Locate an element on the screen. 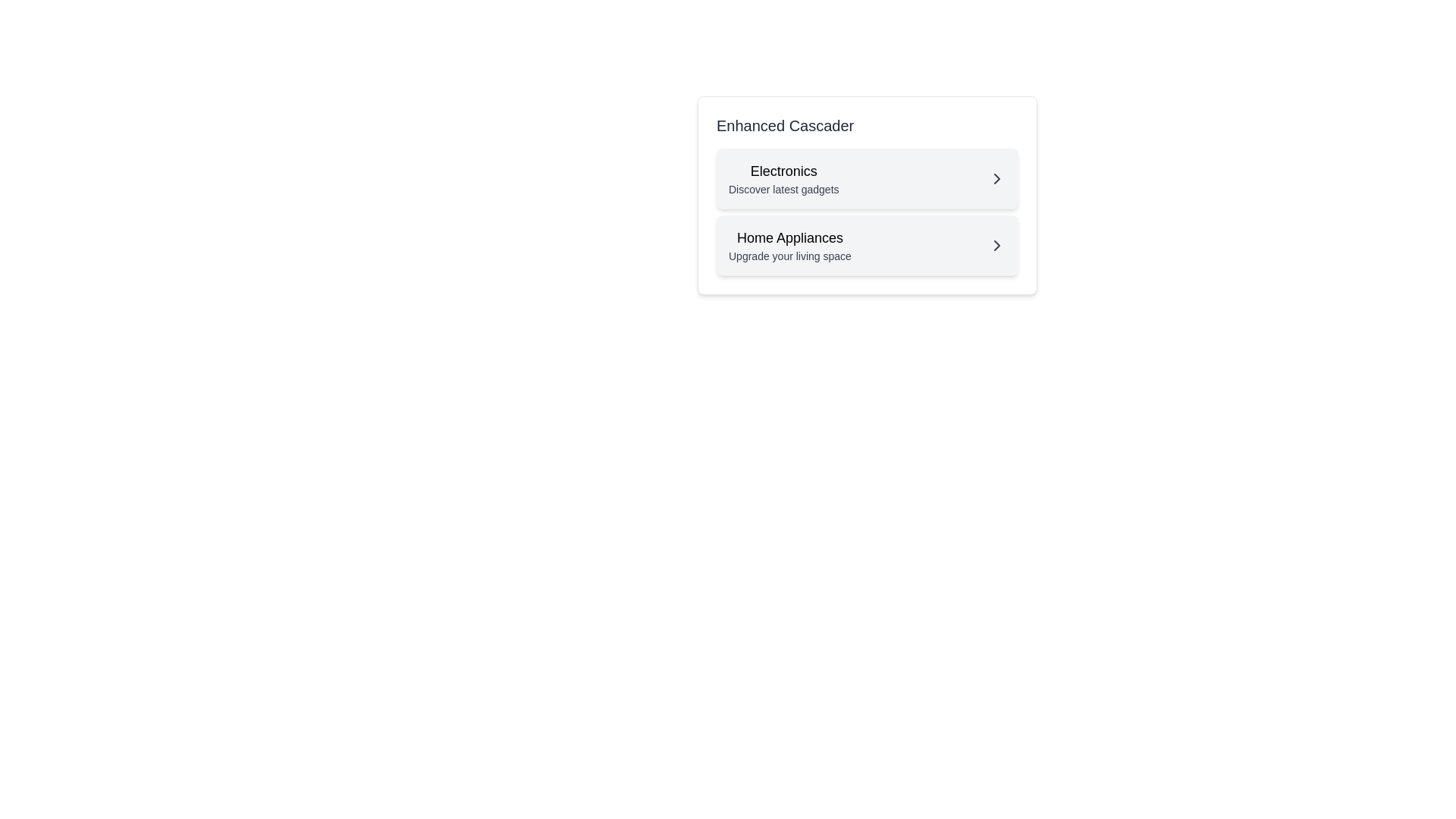  the small, gray text label that displays 'Upgrade your living space', which is located below the 'Home Appliances' text in the cascading menu interface is located at coordinates (789, 256).